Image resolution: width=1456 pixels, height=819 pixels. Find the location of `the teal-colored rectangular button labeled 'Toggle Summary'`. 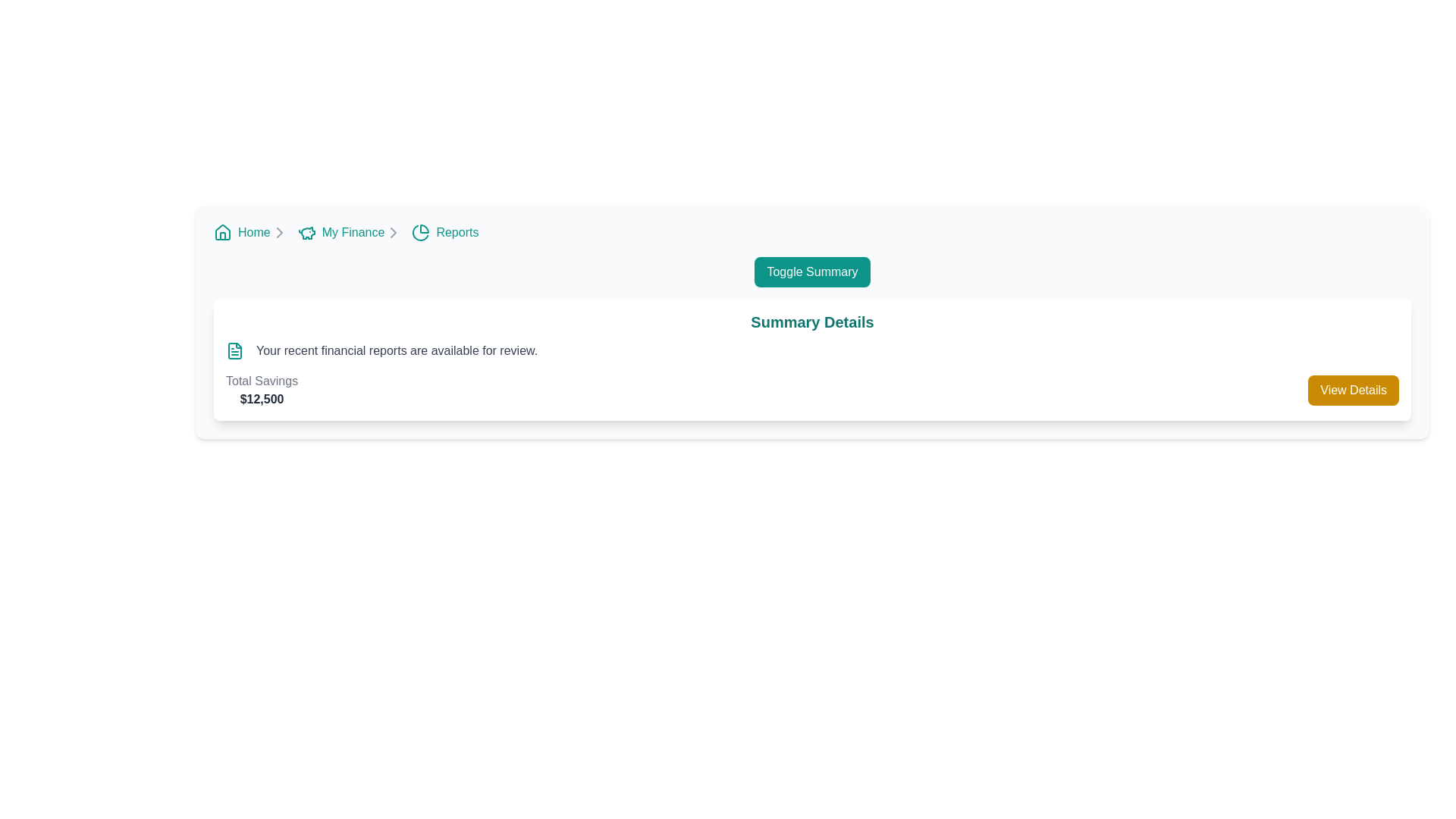

the teal-colored rectangular button labeled 'Toggle Summary' is located at coordinates (811, 271).